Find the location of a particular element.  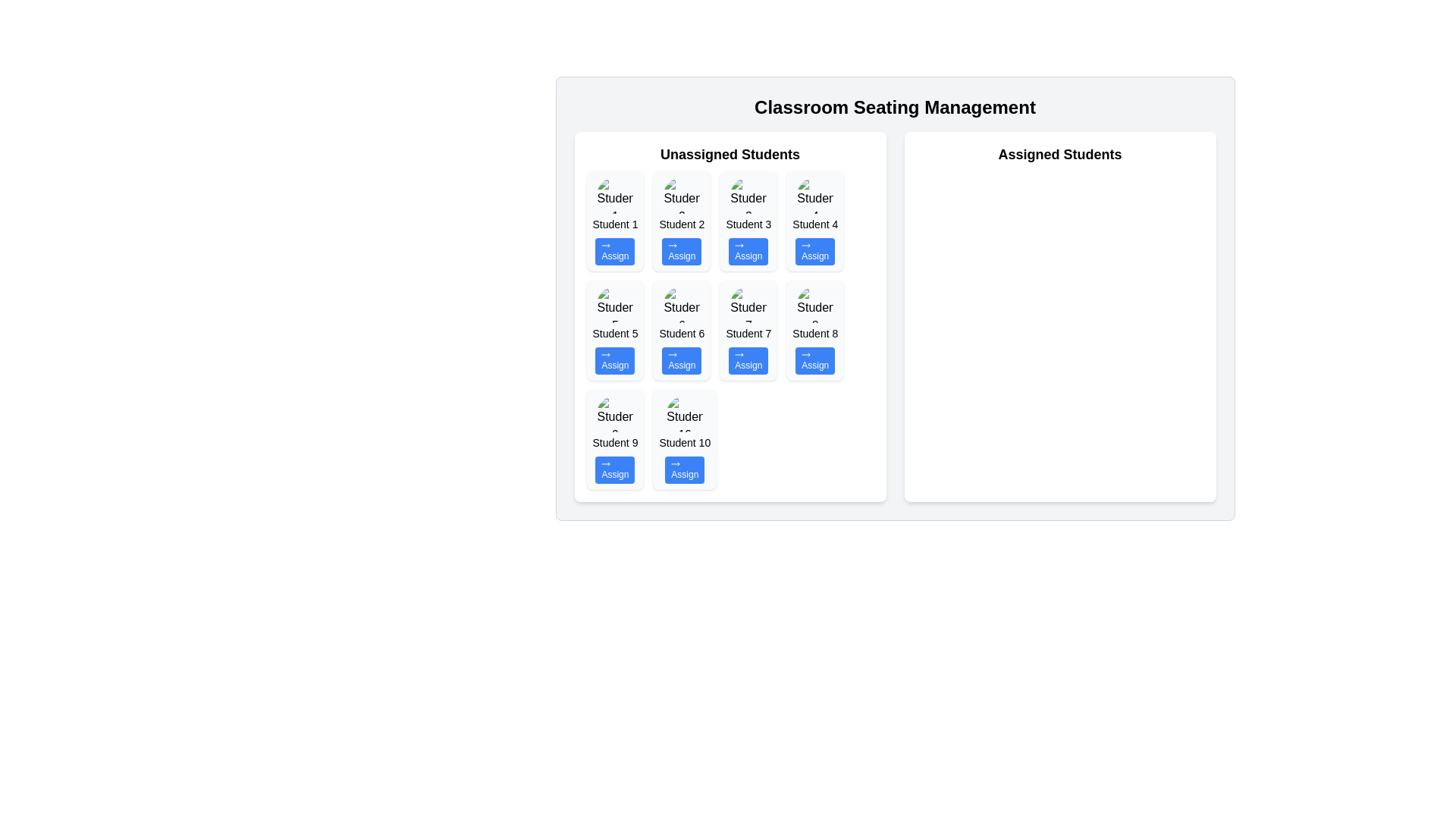

the small right arrow icon styled with a white stroke inside the blue 'Assign' button located in the second row and fourth column under the 'Unassigned Students' section is located at coordinates (805, 354).